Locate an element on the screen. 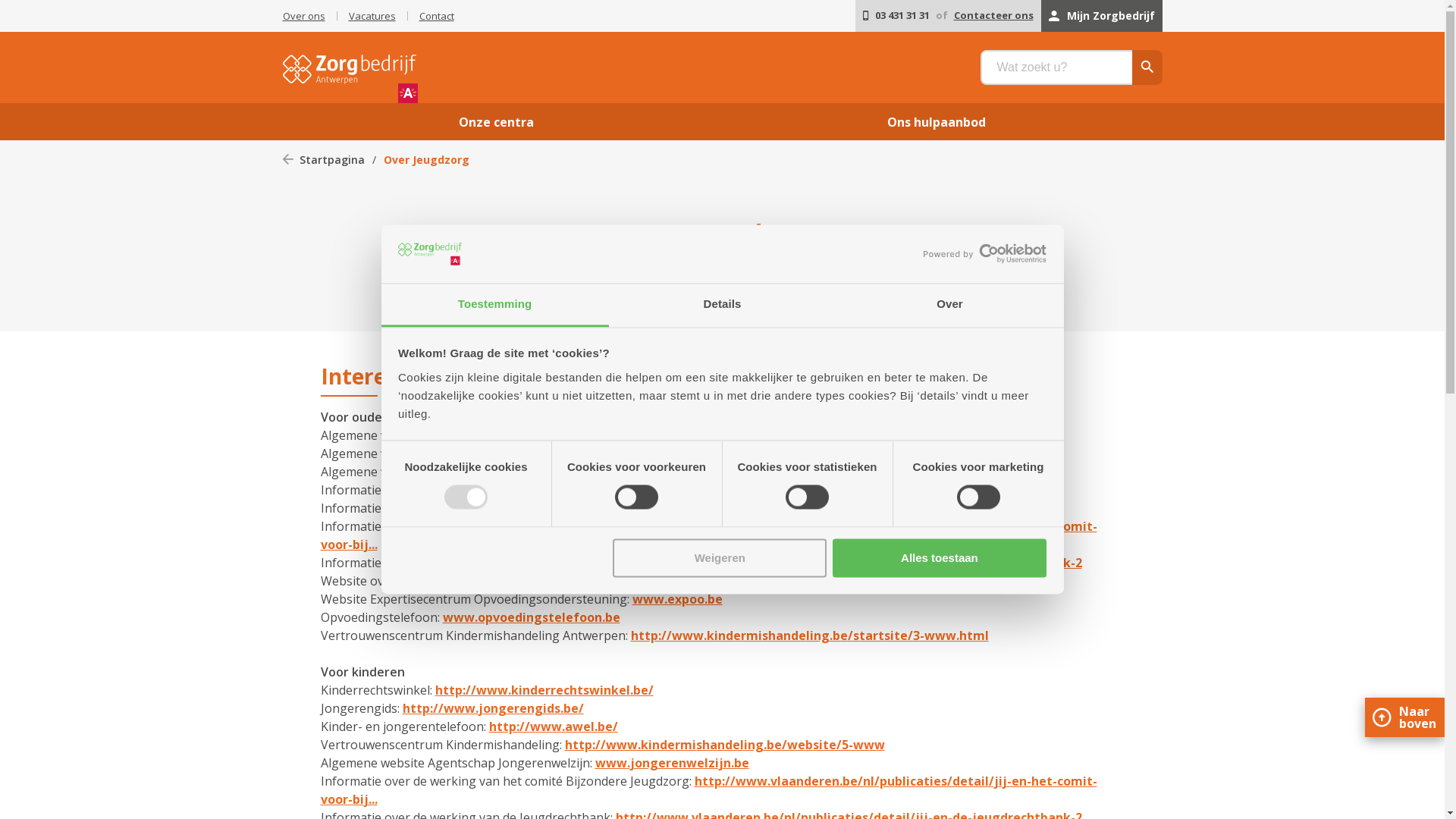 The width and height of the screenshot is (1456, 819). 'Alles toestaan' is located at coordinates (832, 557).